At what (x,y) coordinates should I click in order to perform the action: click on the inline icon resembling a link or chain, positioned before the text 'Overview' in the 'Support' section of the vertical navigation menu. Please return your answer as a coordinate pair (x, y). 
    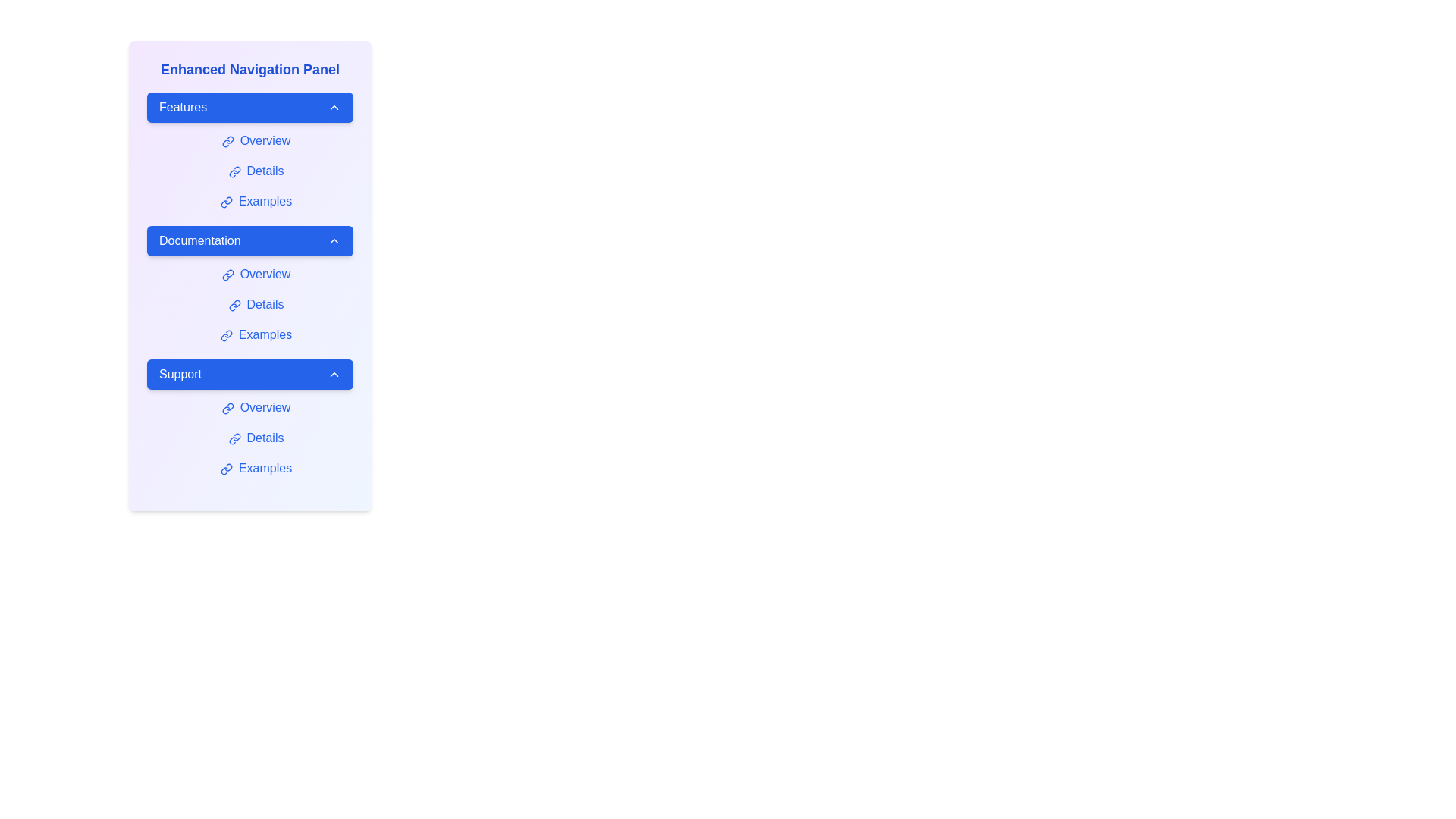
    Looking at the image, I should click on (227, 407).